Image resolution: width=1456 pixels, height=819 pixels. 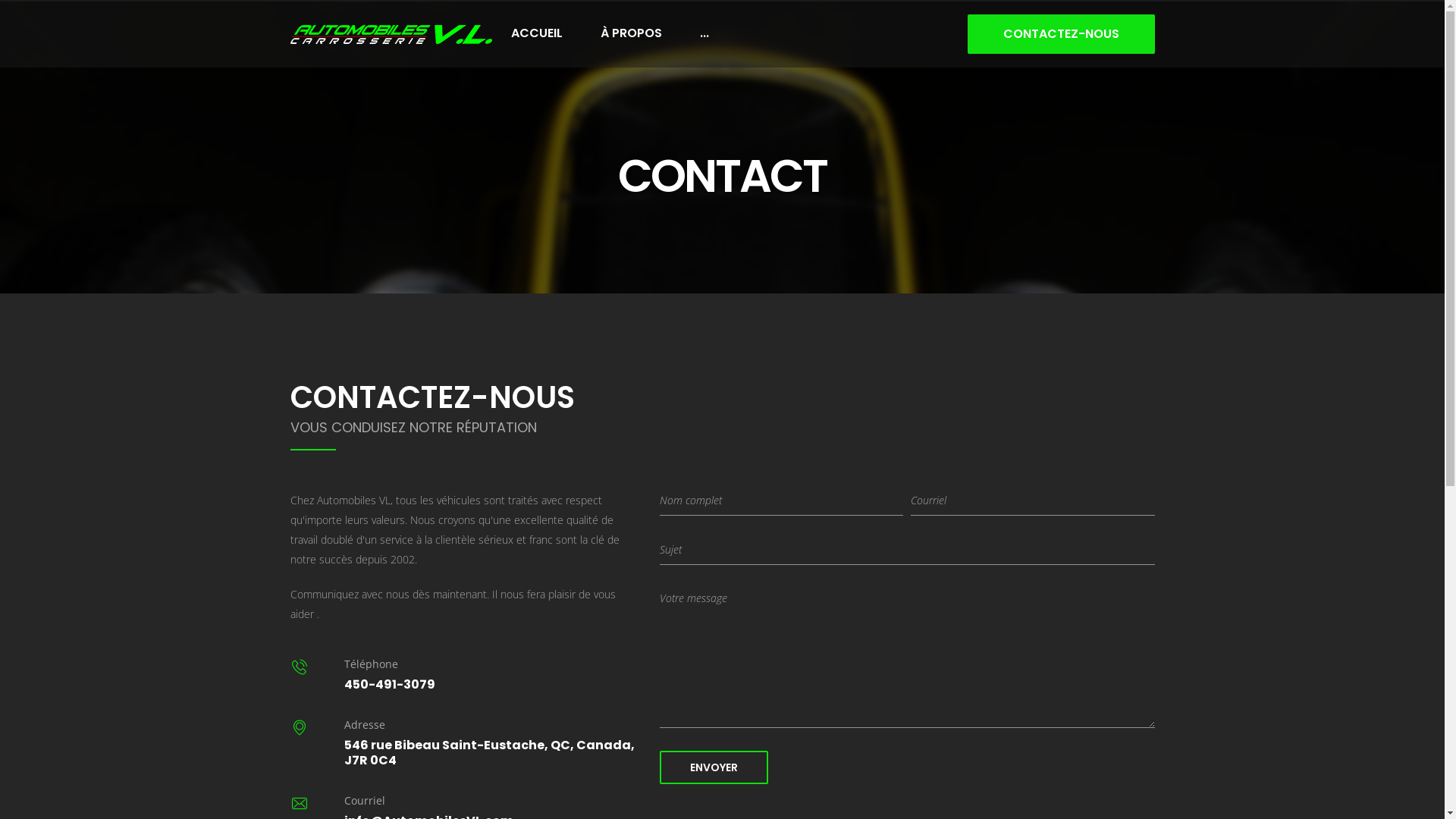 What do you see at coordinates (704, 33) in the screenshot?
I see `'...'` at bounding box center [704, 33].